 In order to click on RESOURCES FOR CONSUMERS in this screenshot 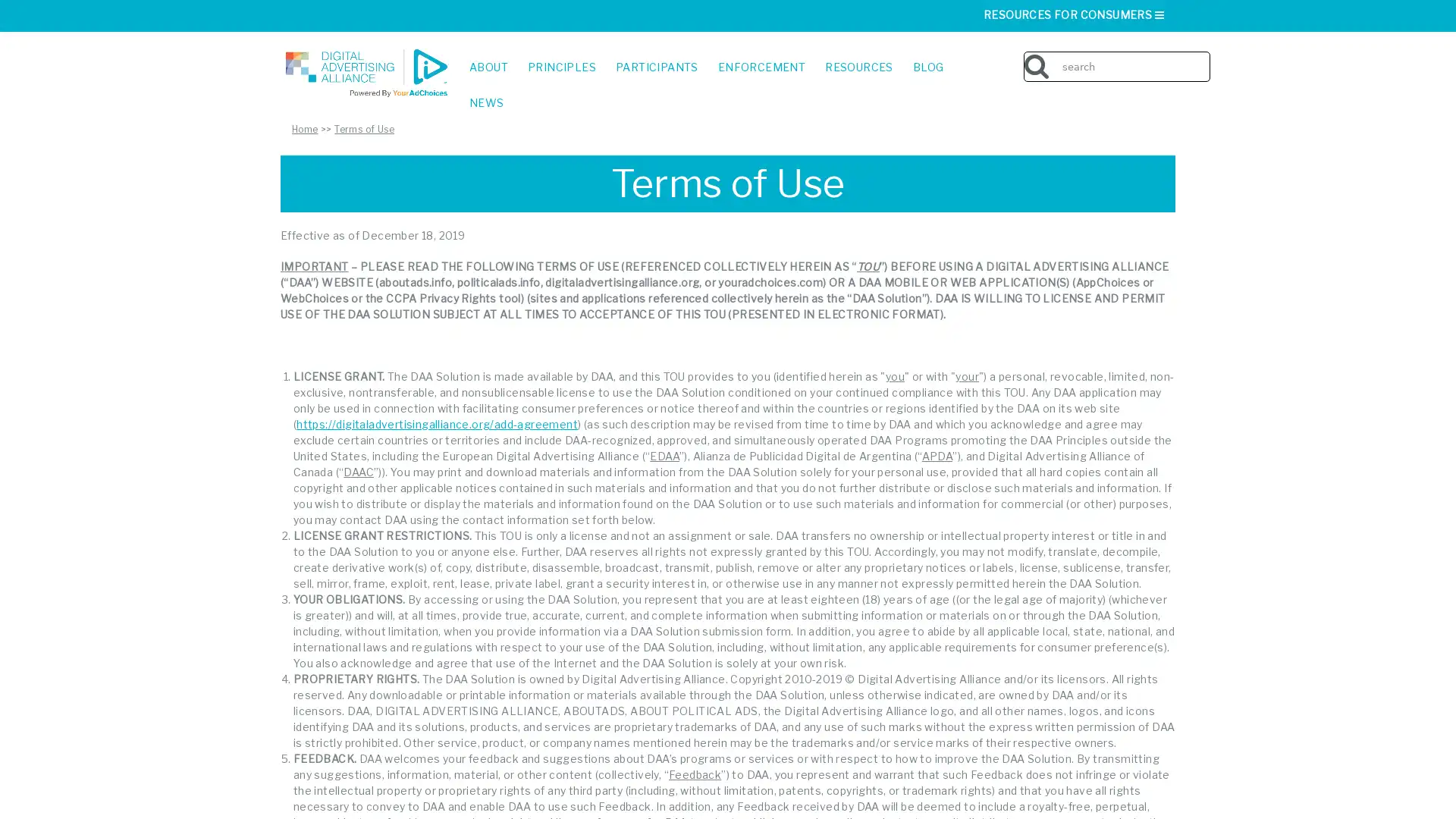, I will do `click(1074, 14)`.